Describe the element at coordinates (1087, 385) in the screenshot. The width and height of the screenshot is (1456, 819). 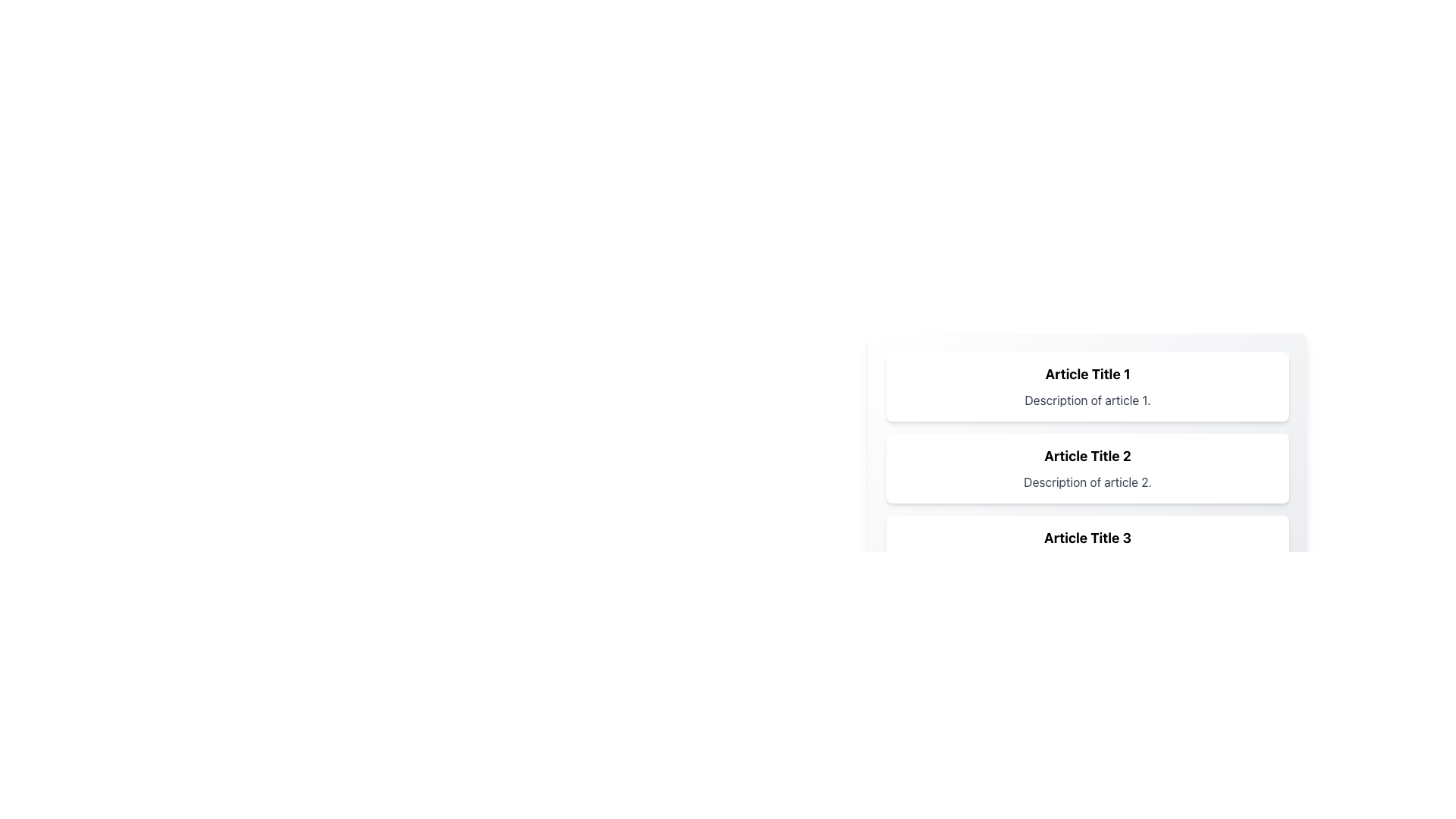
I see `the informational card that provides a title and summary text for an article, located at the top of the list in a vertically-stacked grid layout` at that location.